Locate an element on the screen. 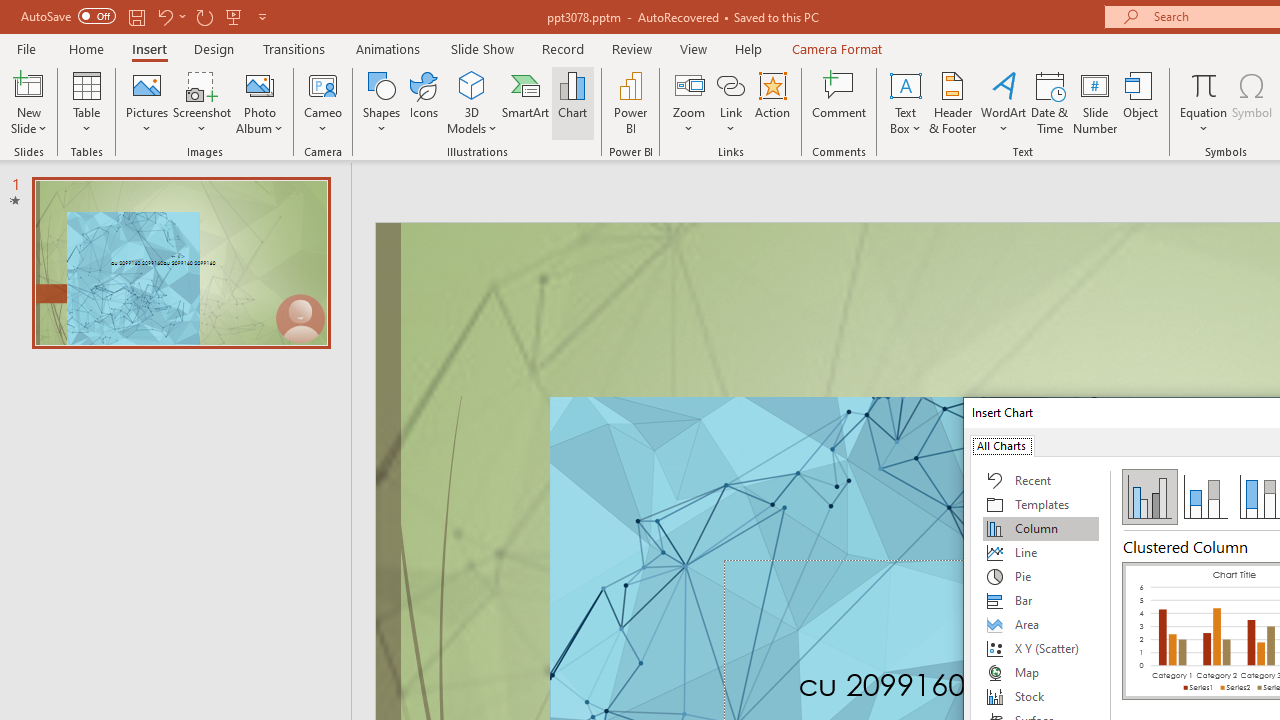  'Comment' is located at coordinates (839, 103).